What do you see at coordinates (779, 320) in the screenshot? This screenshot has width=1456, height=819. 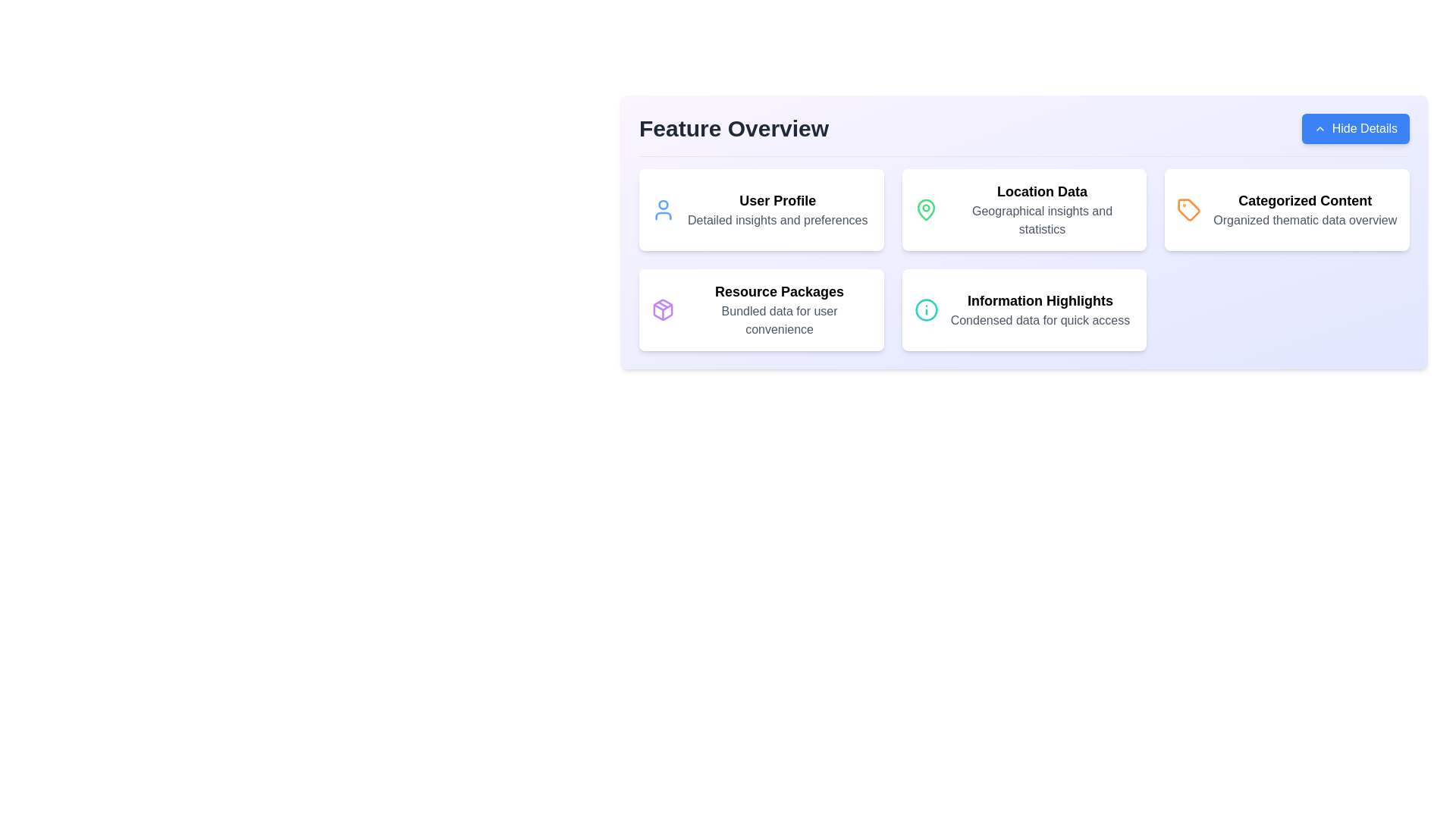 I see `the text label that reads 'Bundled data for user convenience', which is styled in gray sans-serif font and located below the heading 'Resource Packages' in the second row of a four-item grid` at bounding box center [779, 320].